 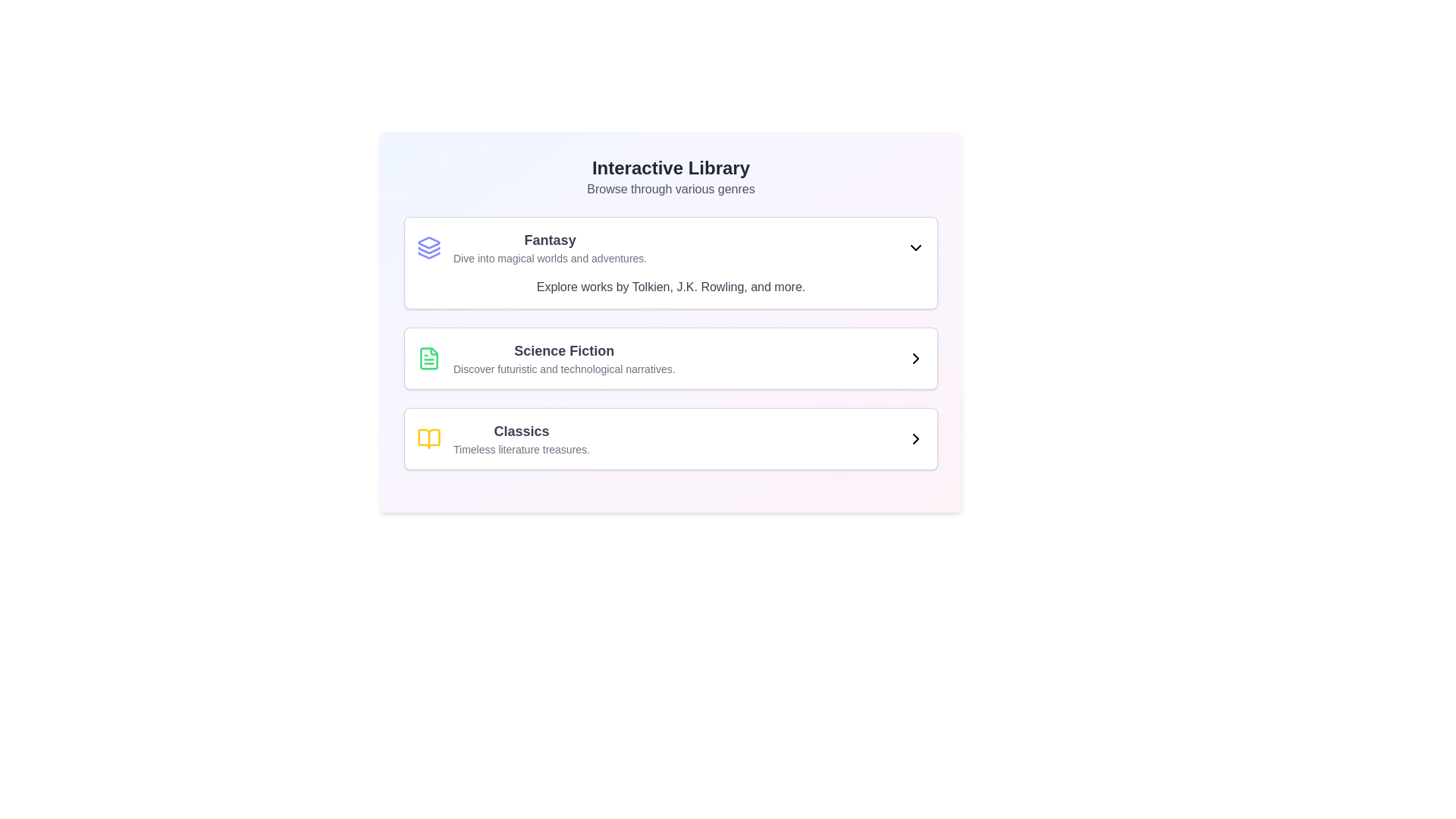 I want to click on the small rightward-pointing chevron icon located, so click(x=915, y=359).